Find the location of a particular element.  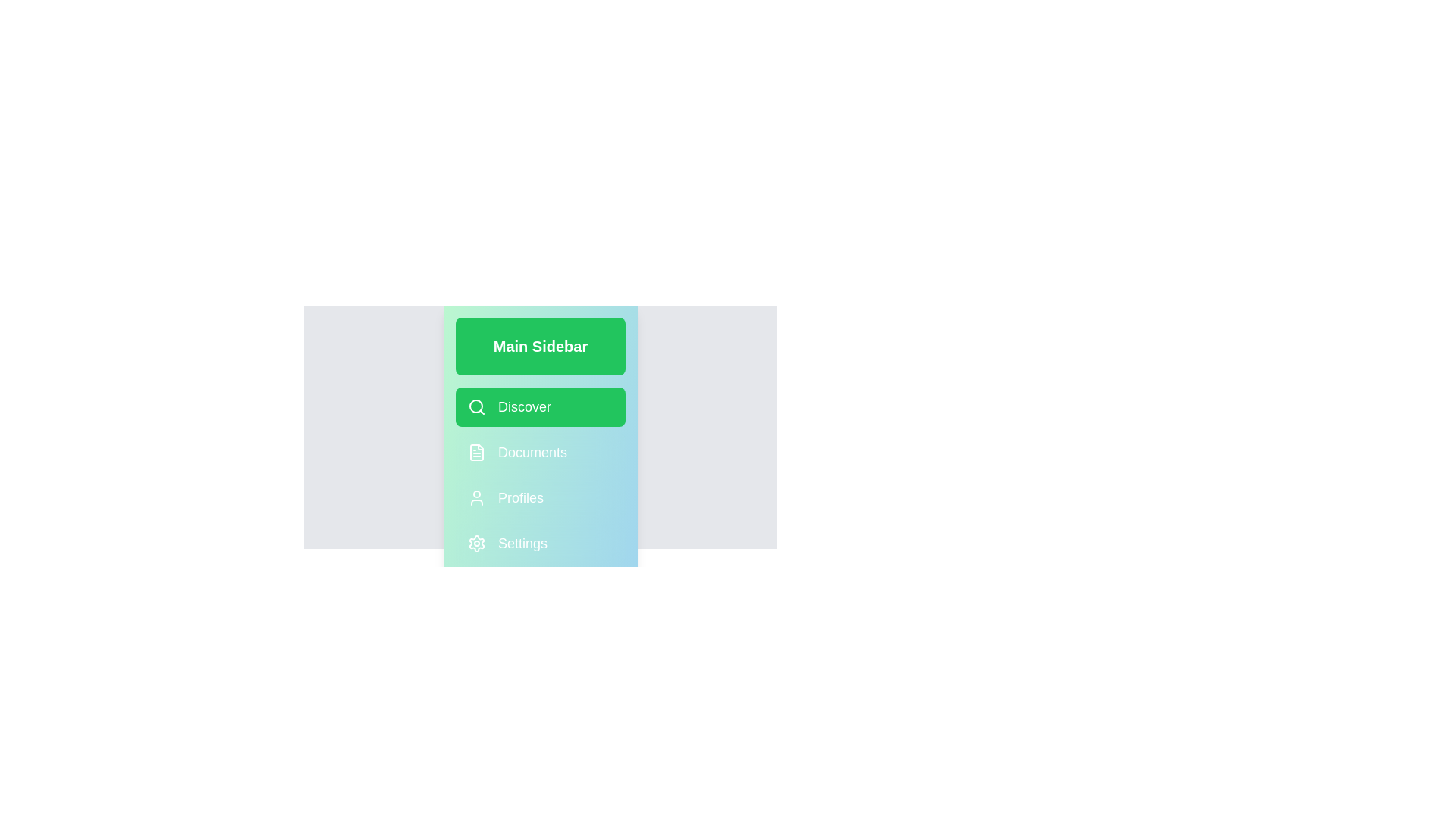

the search icon located to the left of the 'Discover' text within the green rectangular button in the sidebar panel is located at coordinates (475, 406).